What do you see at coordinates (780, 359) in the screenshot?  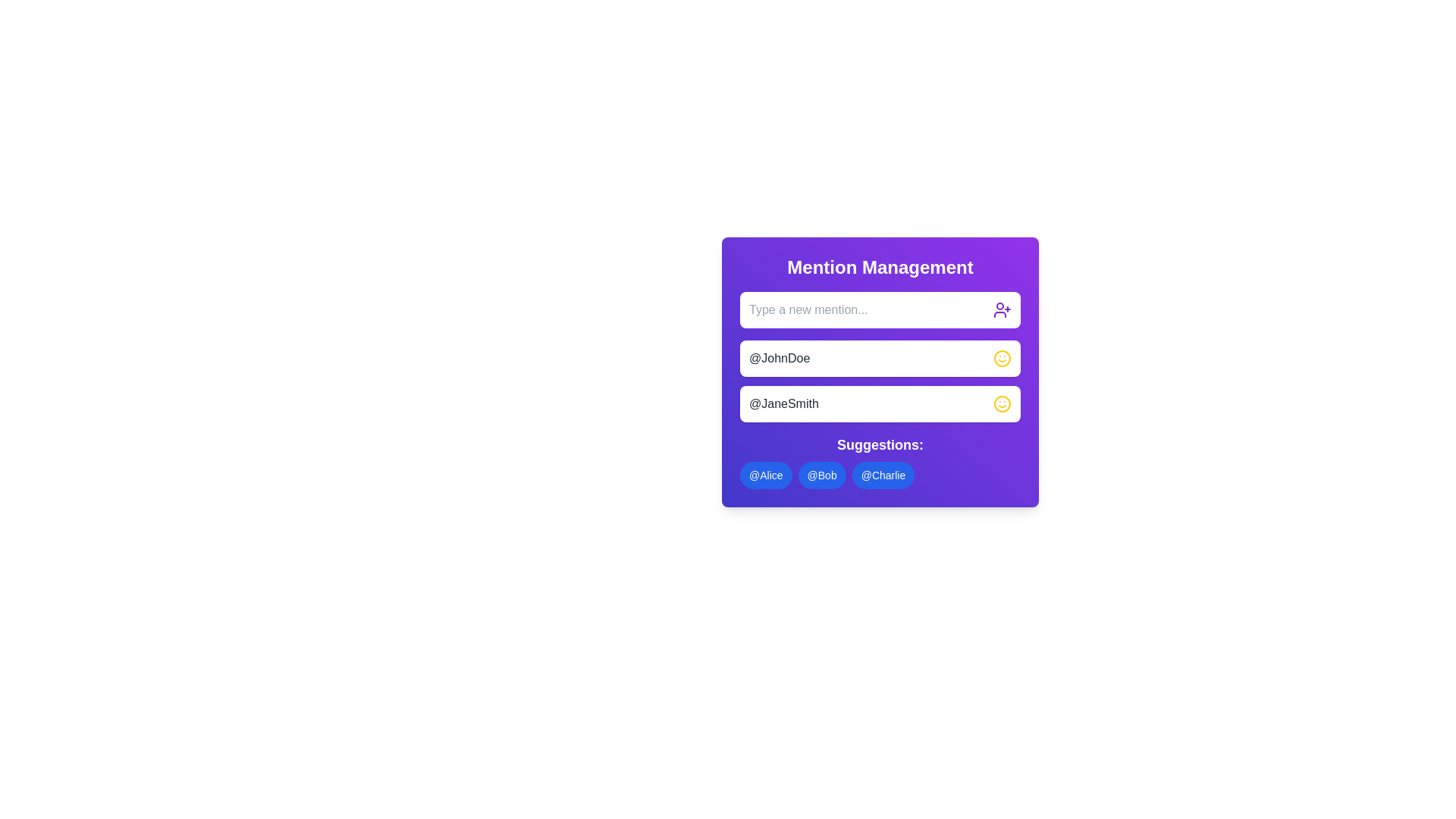 I see `the user mention text in the first entry of the vertically-stacked list of user mentions, located below the 'Mention Management' title bar` at bounding box center [780, 359].